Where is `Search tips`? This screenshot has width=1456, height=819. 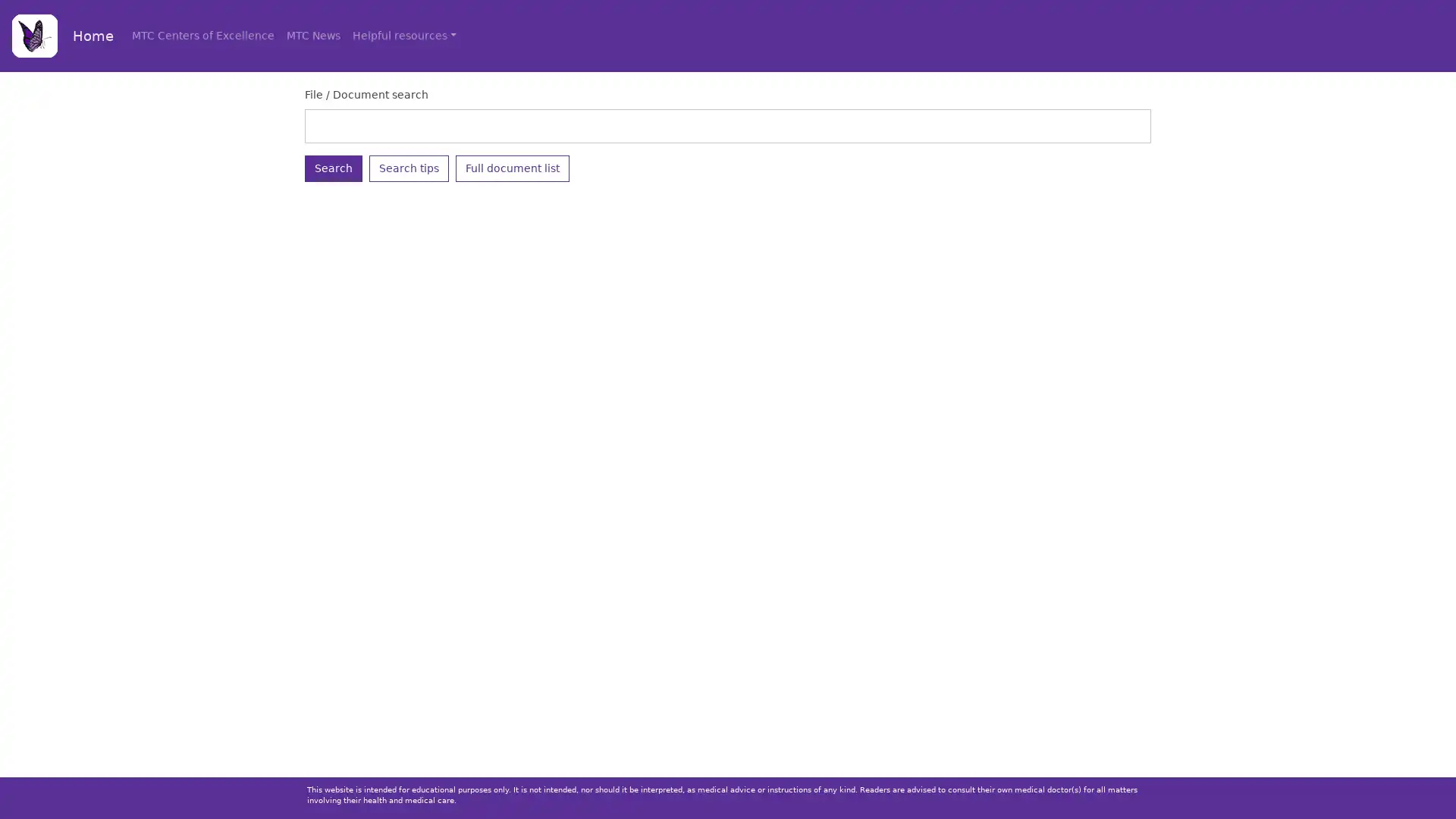 Search tips is located at coordinates (409, 168).